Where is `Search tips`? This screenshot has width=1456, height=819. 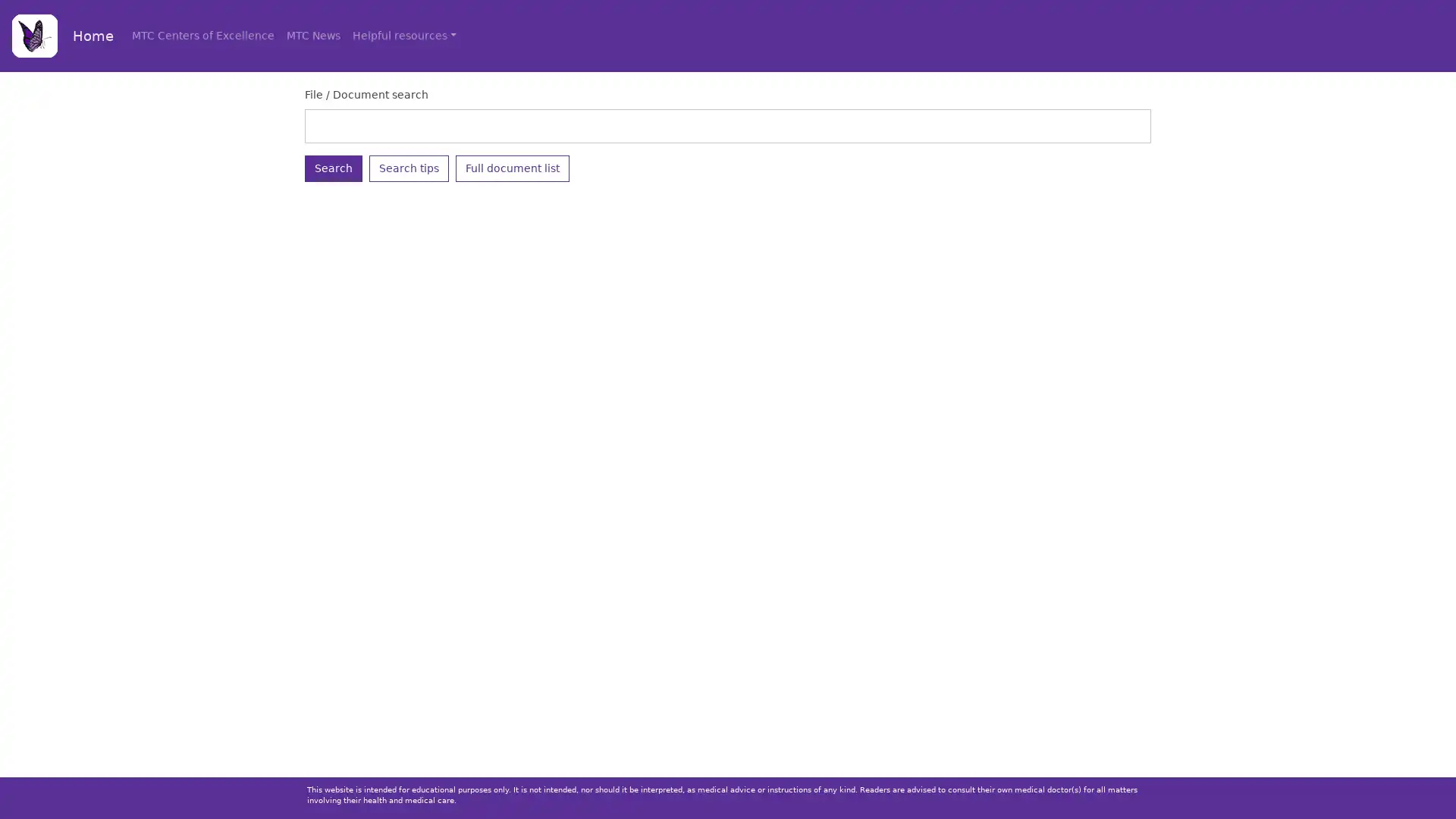 Search tips is located at coordinates (409, 168).